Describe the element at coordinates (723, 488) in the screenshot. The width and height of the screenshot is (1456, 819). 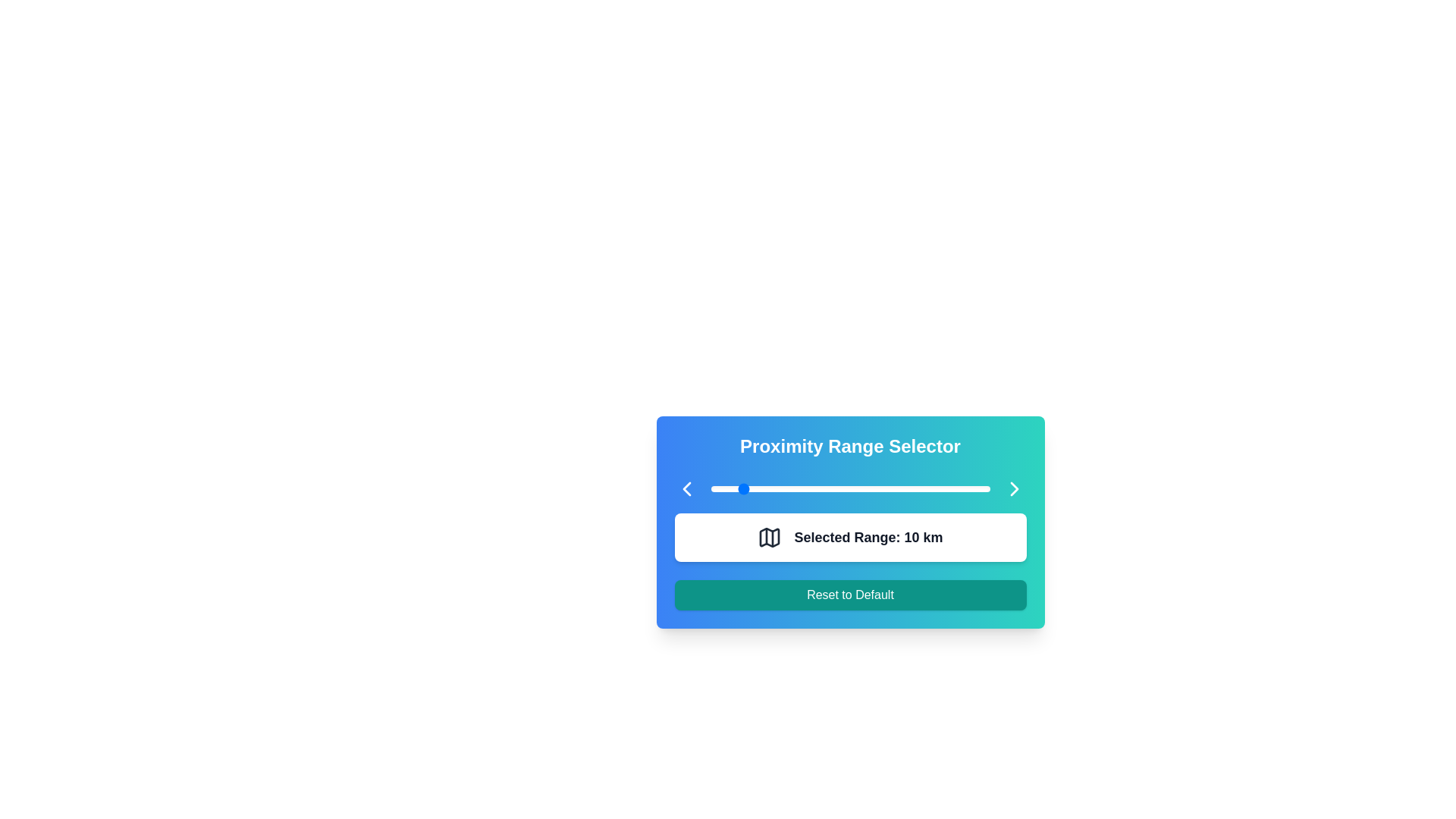
I see `proximity range` at that location.